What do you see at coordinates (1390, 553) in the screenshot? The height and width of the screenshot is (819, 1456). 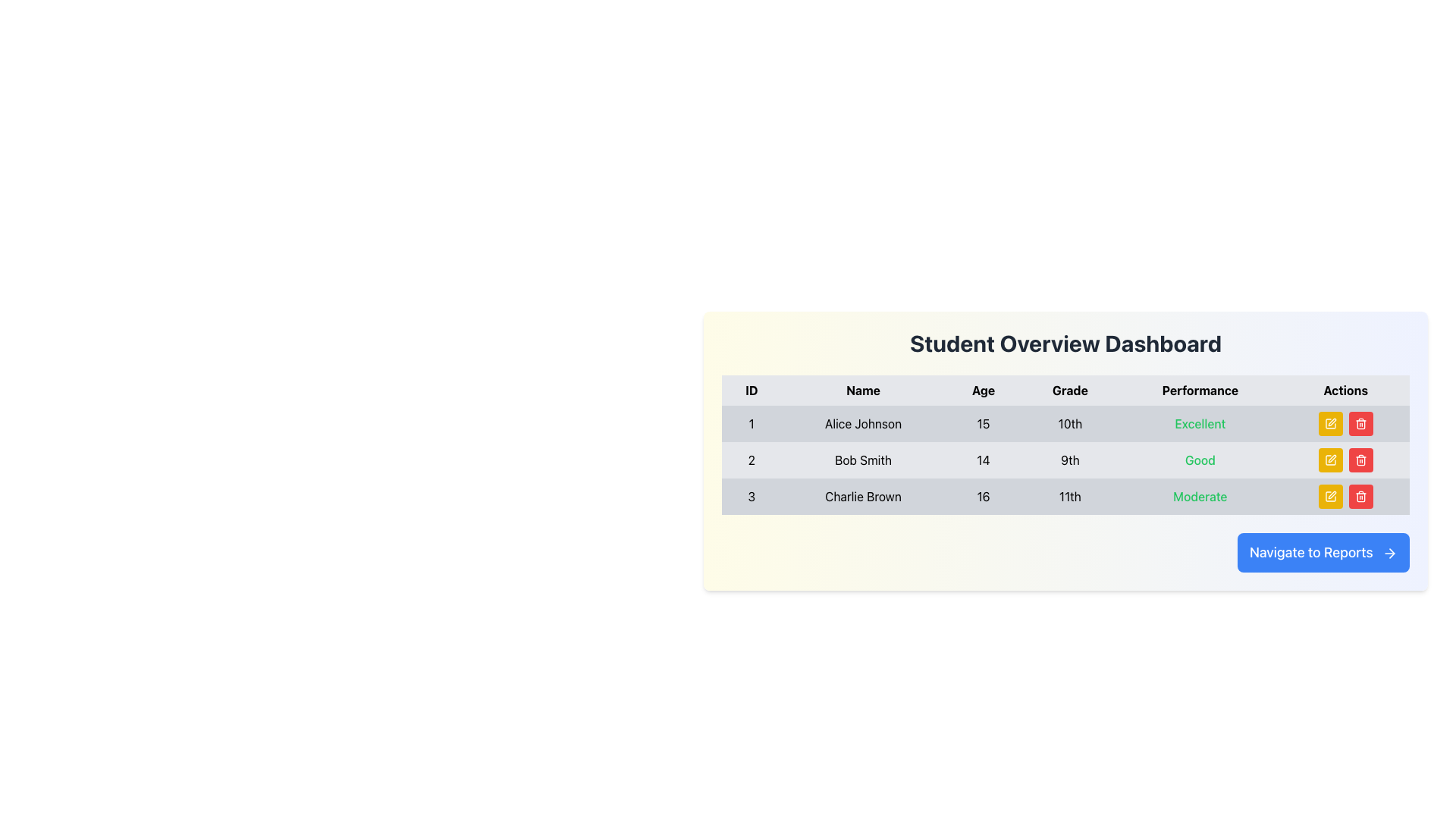 I see `the visual indicator icon positioned on the rightmost side of the 'Navigate to Reports' button` at bounding box center [1390, 553].